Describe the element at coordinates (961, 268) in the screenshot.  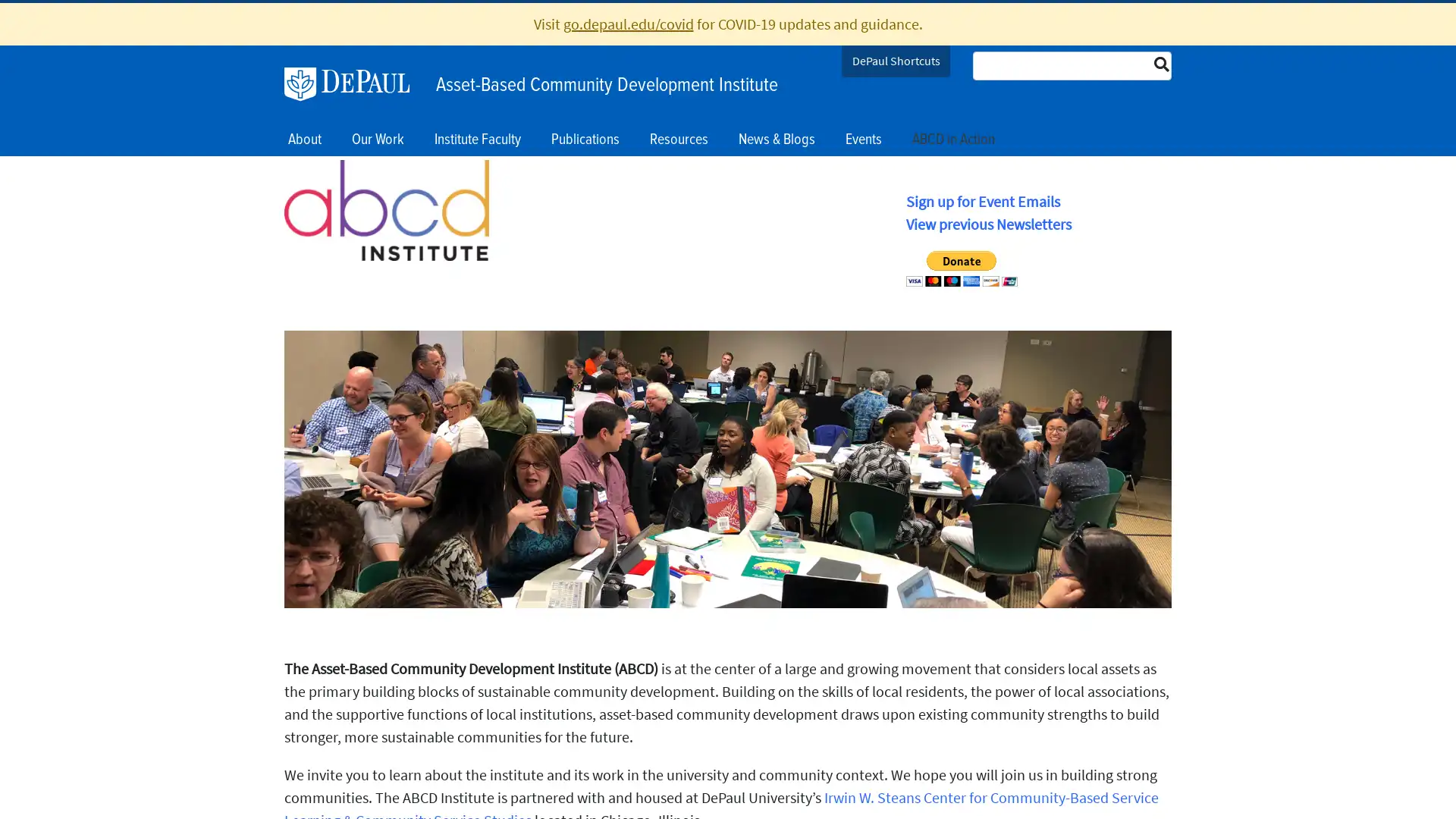
I see `Donate with PayPal button` at that location.